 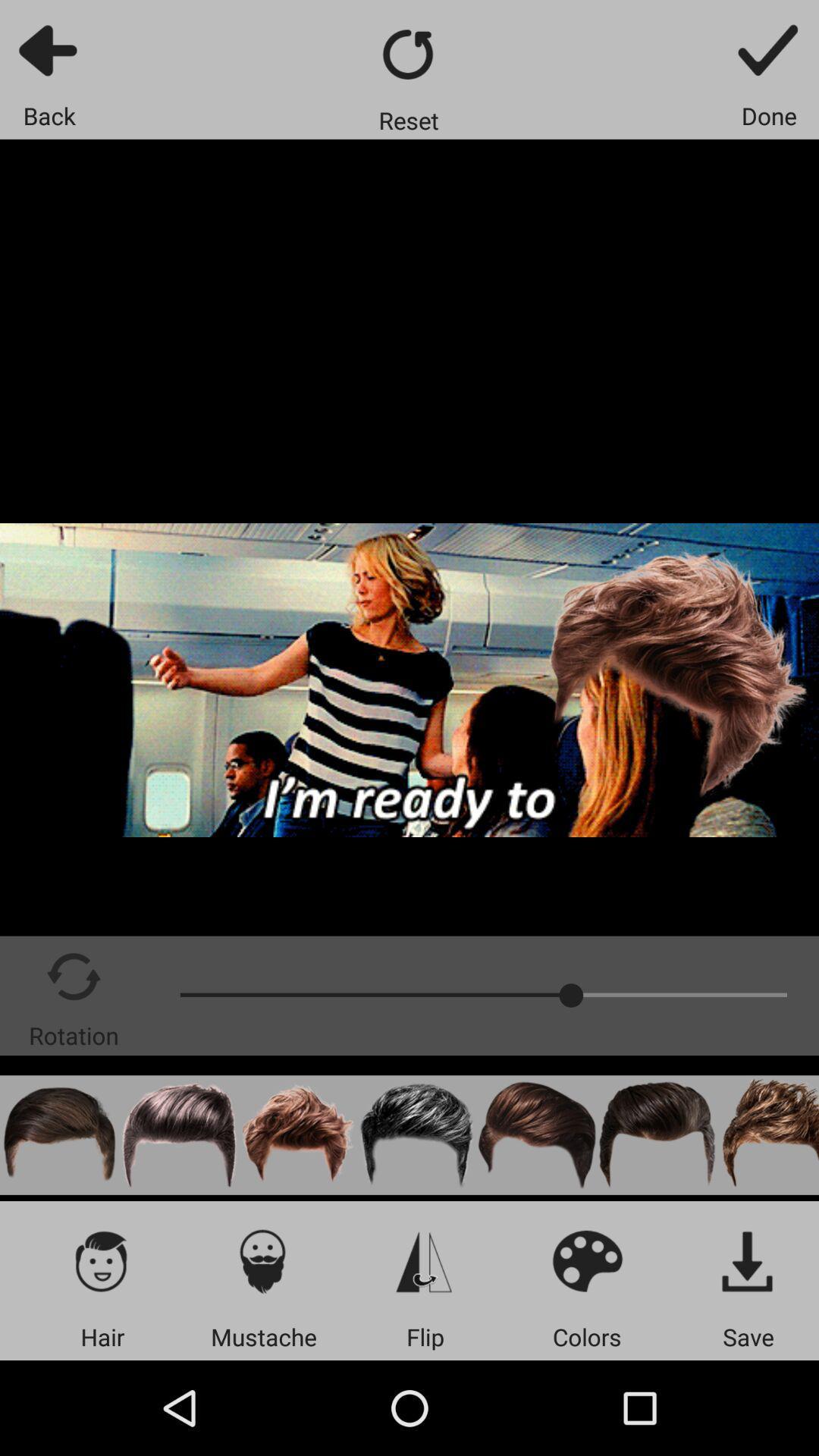 What do you see at coordinates (418, 1135) in the screenshot?
I see `this hairstyle` at bounding box center [418, 1135].